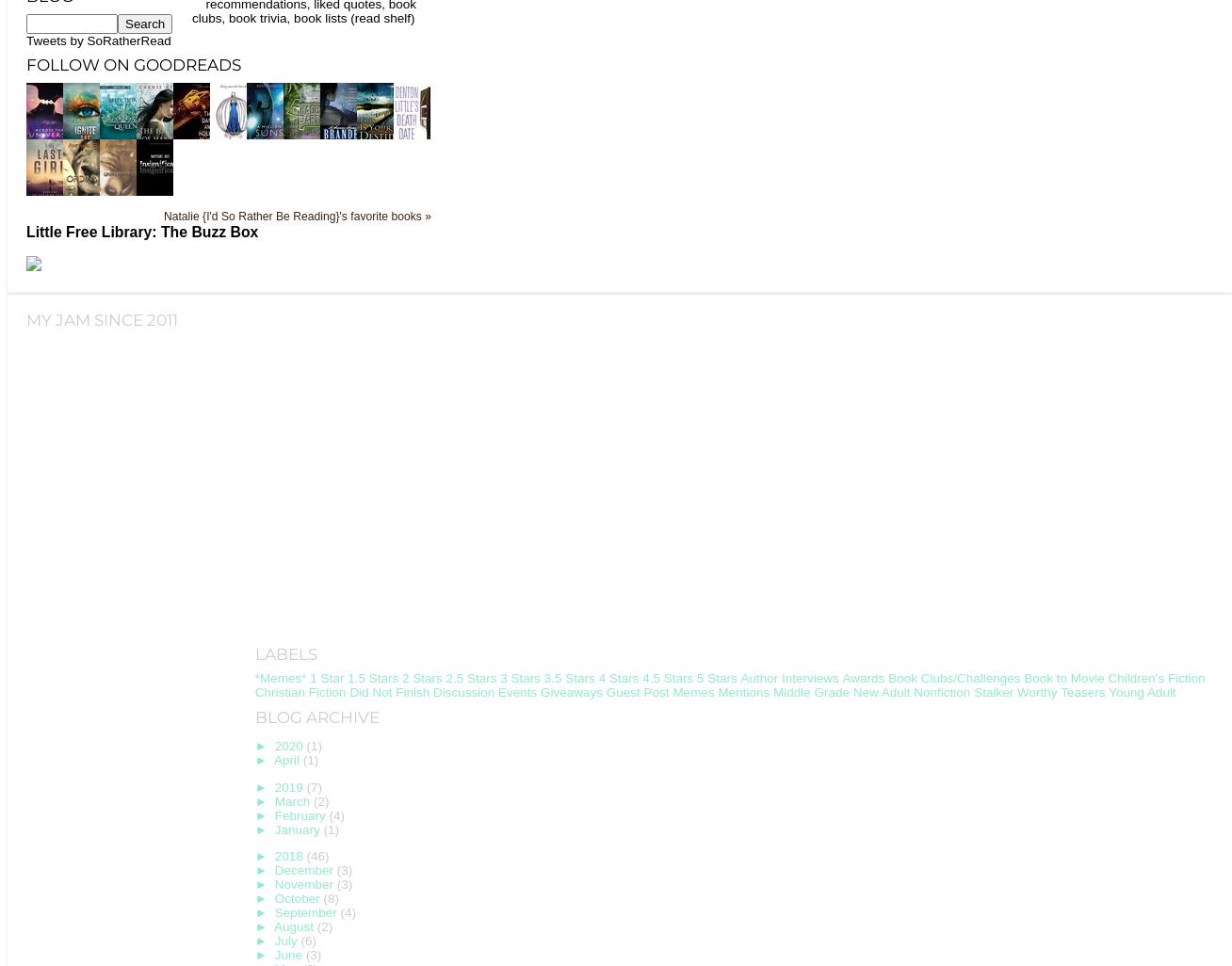 The image size is (1232, 966). What do you see at coordinates (568, 678) in the screenshot?
I see `'3.5 Stars'` at bounding box center [568, 678].